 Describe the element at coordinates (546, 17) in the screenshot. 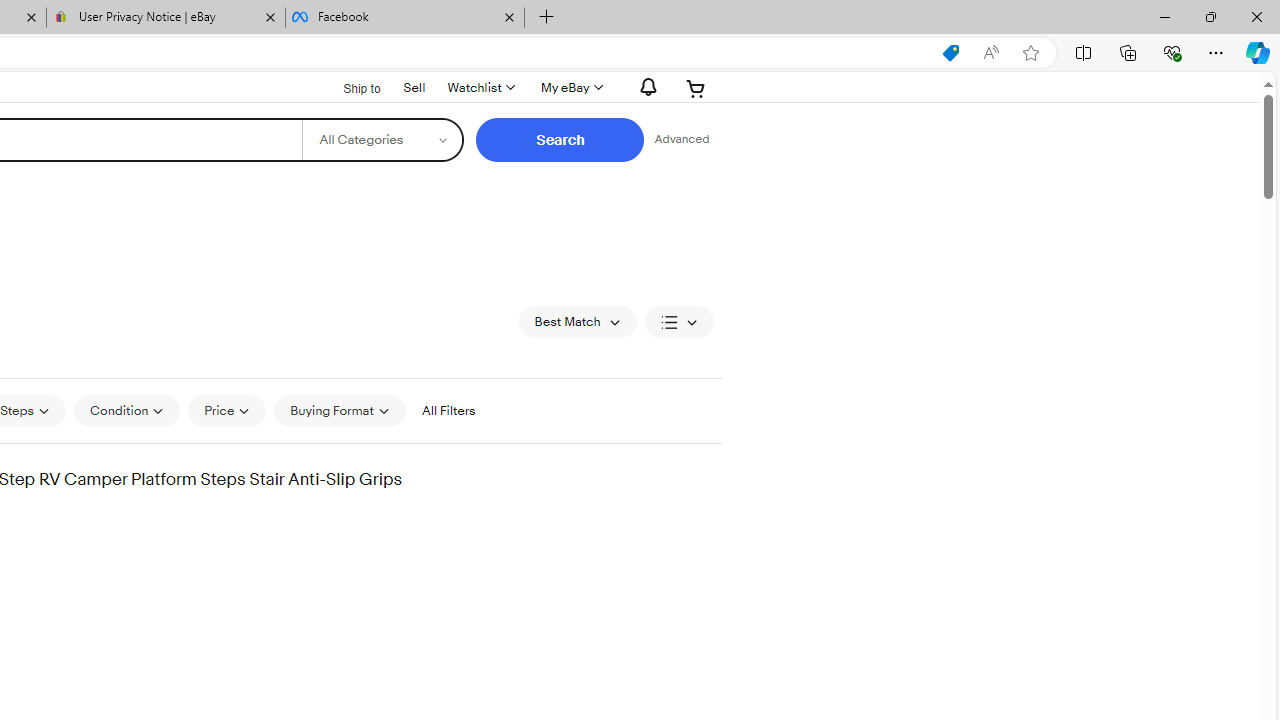

I see `'New Tab'` at that location.